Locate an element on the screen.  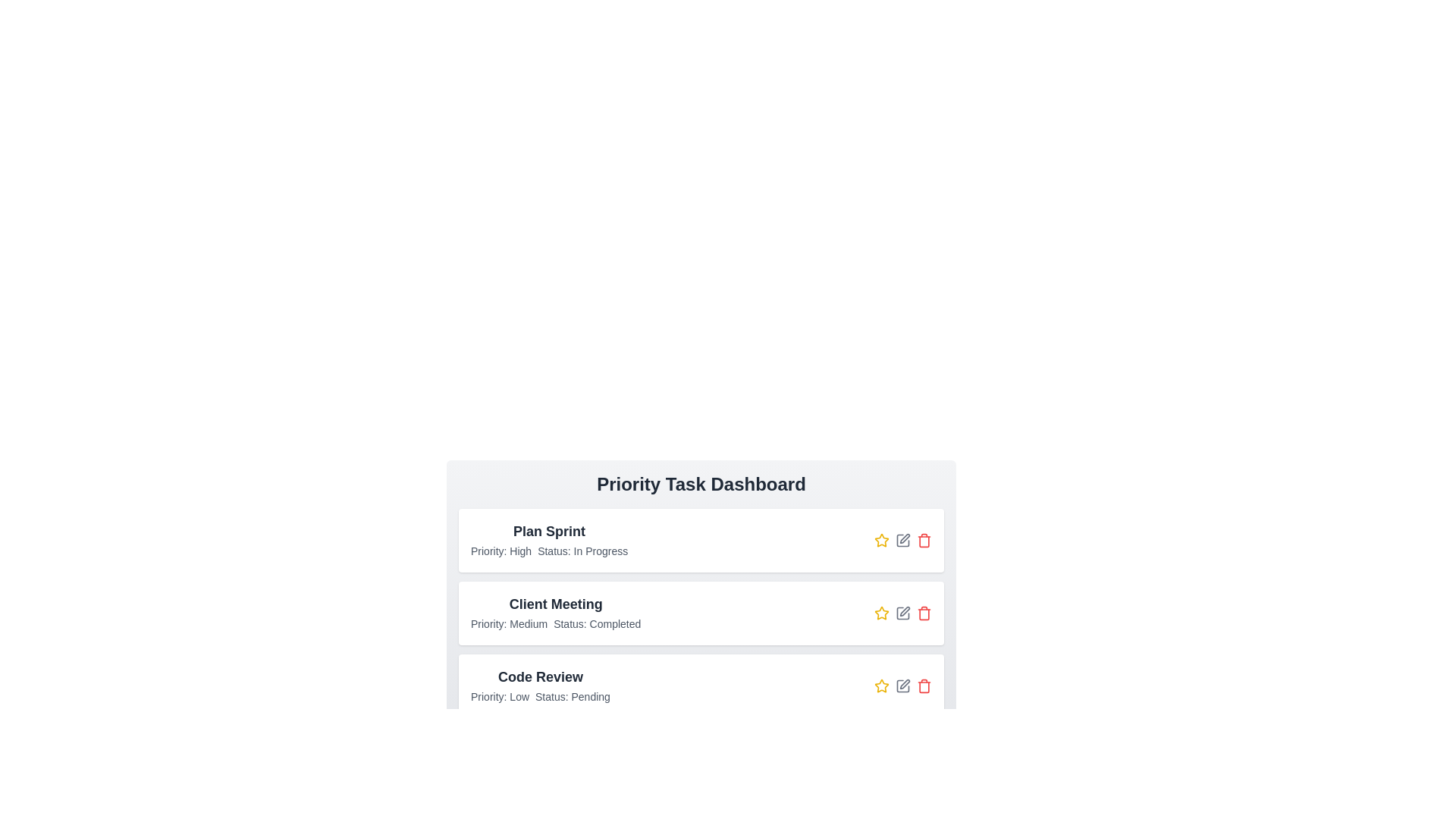
the edit button for the task labeled 'Client Meeting' is located at coordinates (902, 613).